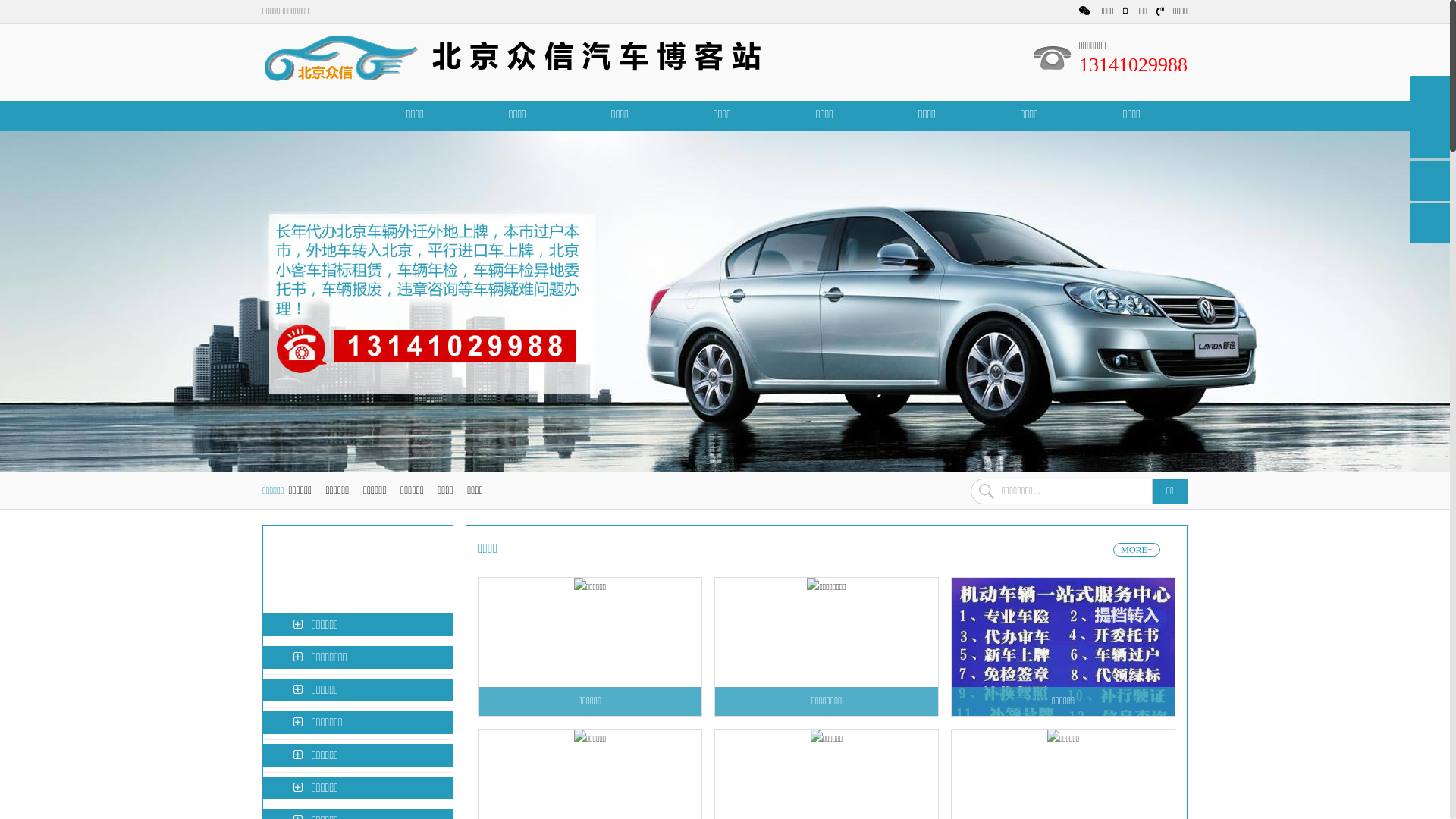 The width and height of the screenshot is (1456, 819). I want to click on 'MORE+', so click(1136, 550).